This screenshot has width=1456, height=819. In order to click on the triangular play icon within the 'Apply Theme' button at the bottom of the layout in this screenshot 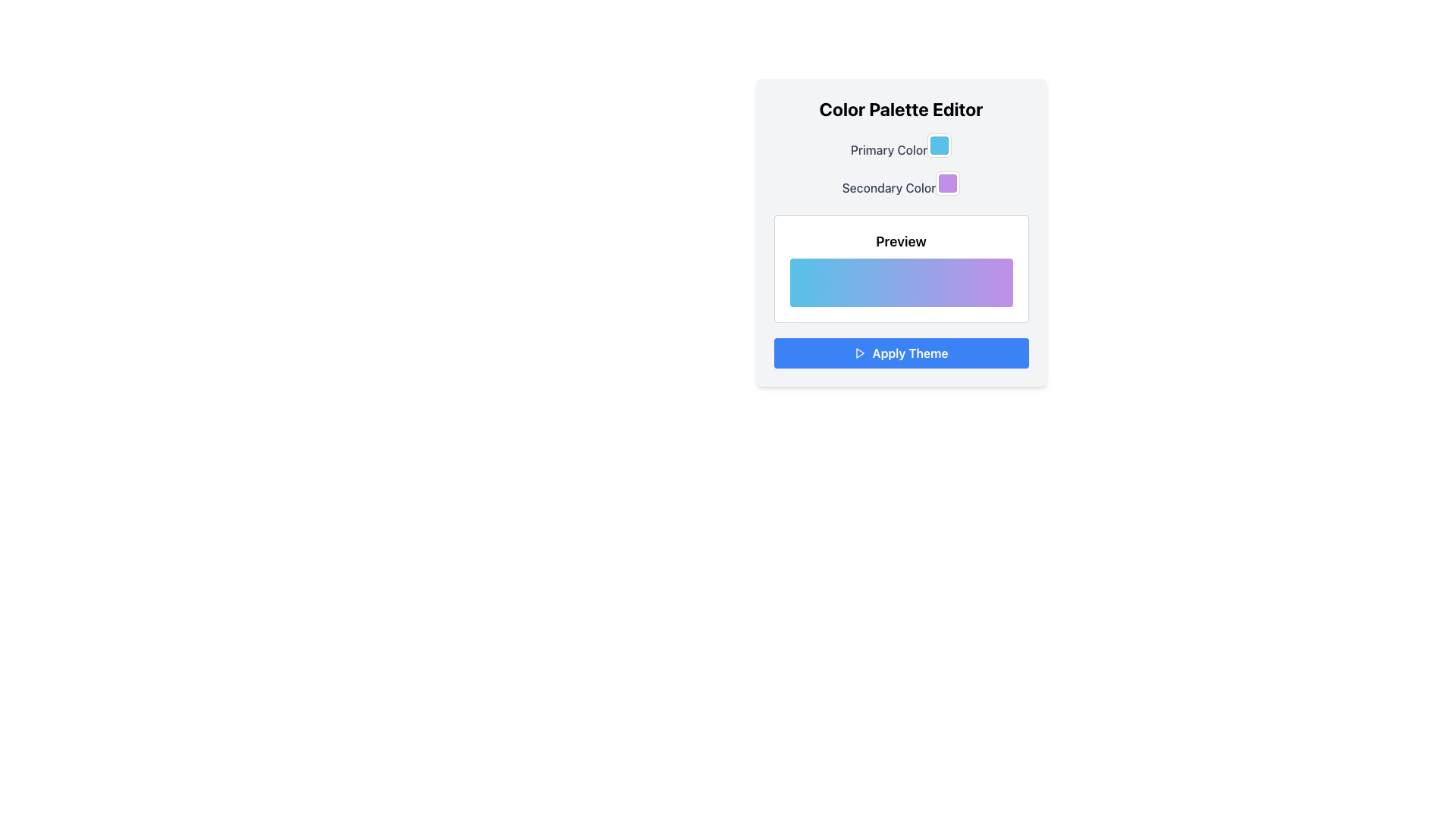, I will do `click(861, 353)`.